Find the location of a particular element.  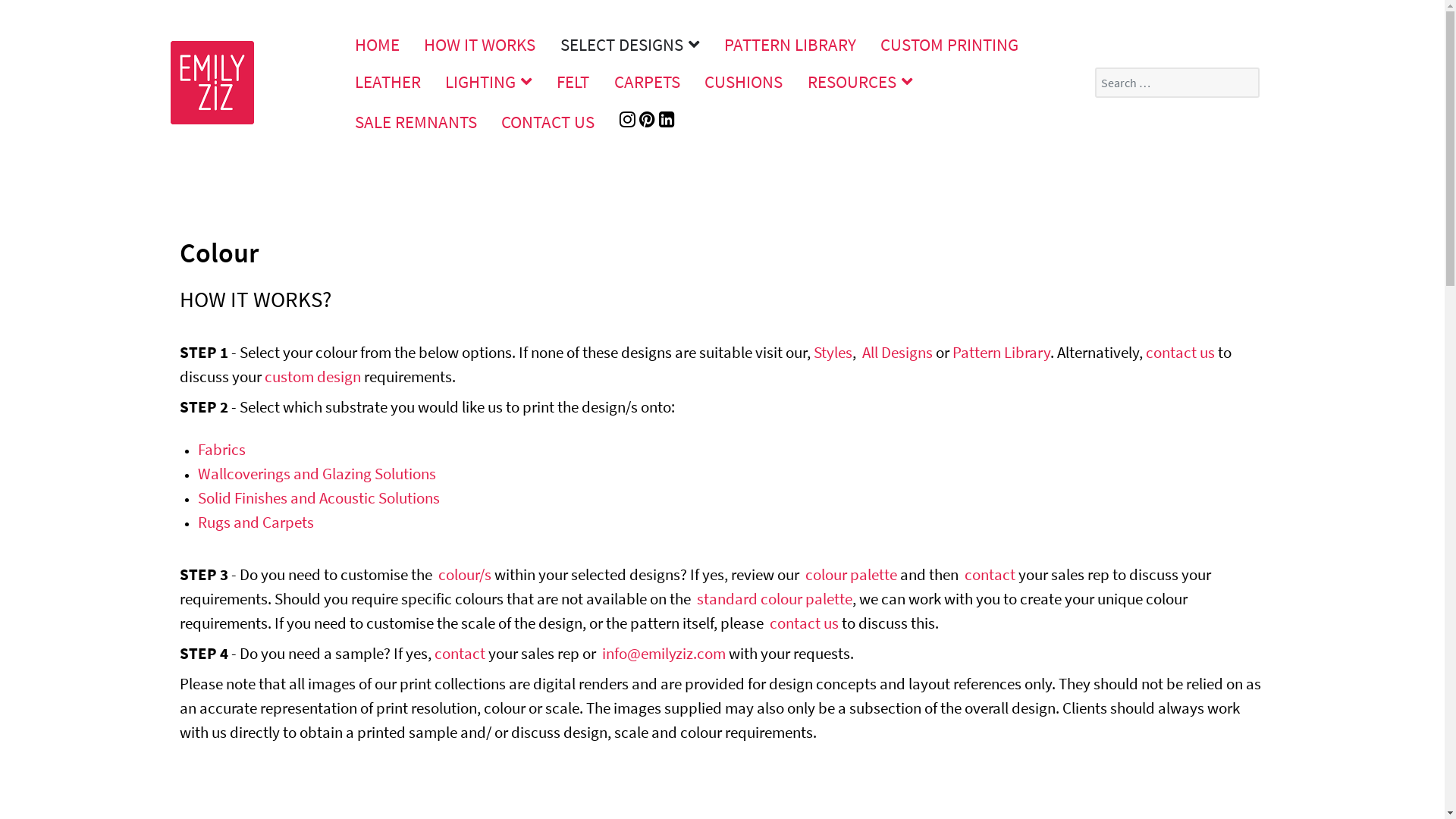

'HOW IT WORKS' is located at coordinates (479, 43).